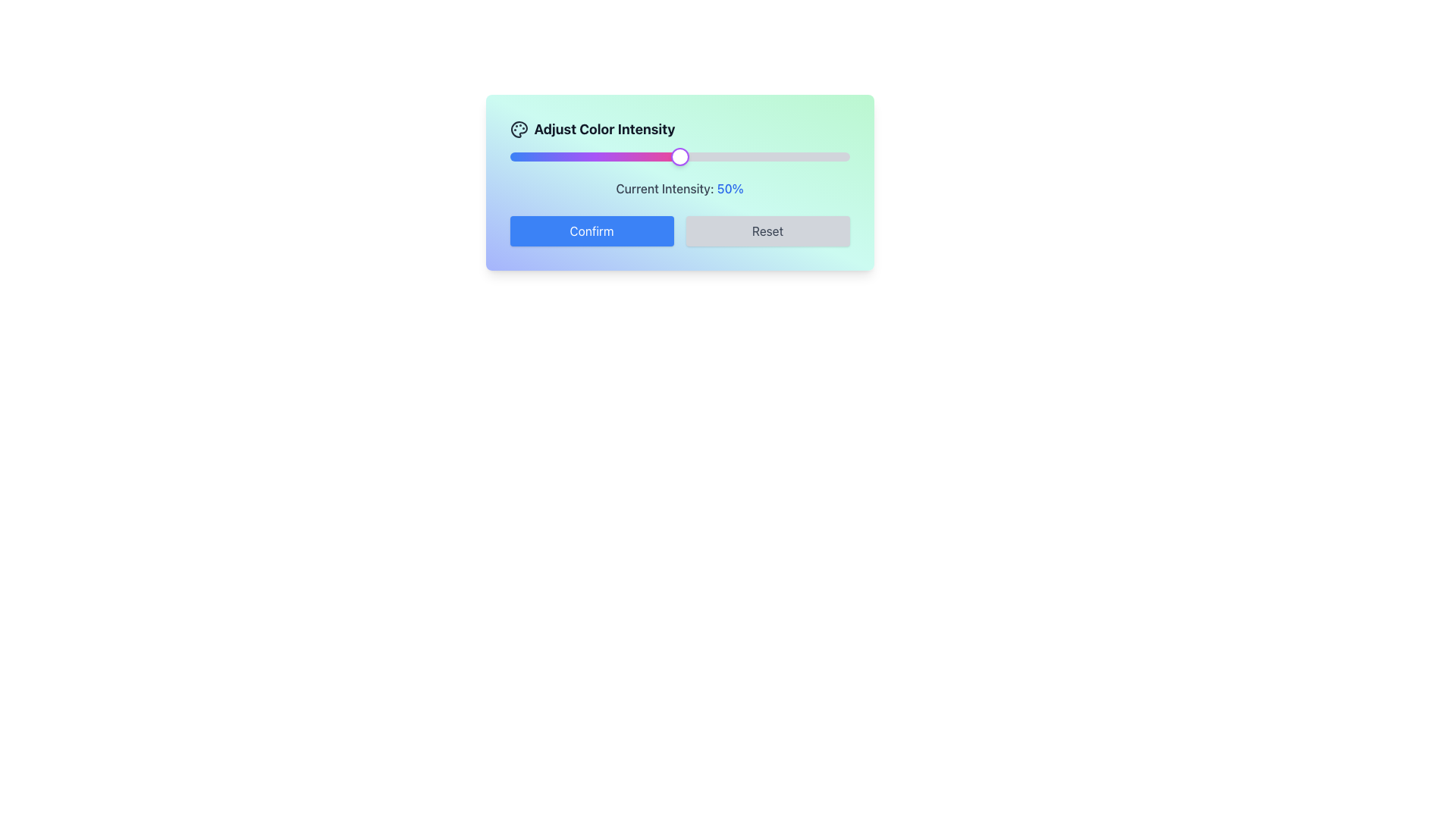 The width and height of the screenshot is (1456, 819). Describe the element at coordinates (591, 231) in the screenshot. I see `the 'Confirm' button, which is a bright blue rectangular button with rounded corners featuring white text, to confirm the choice` at that location.